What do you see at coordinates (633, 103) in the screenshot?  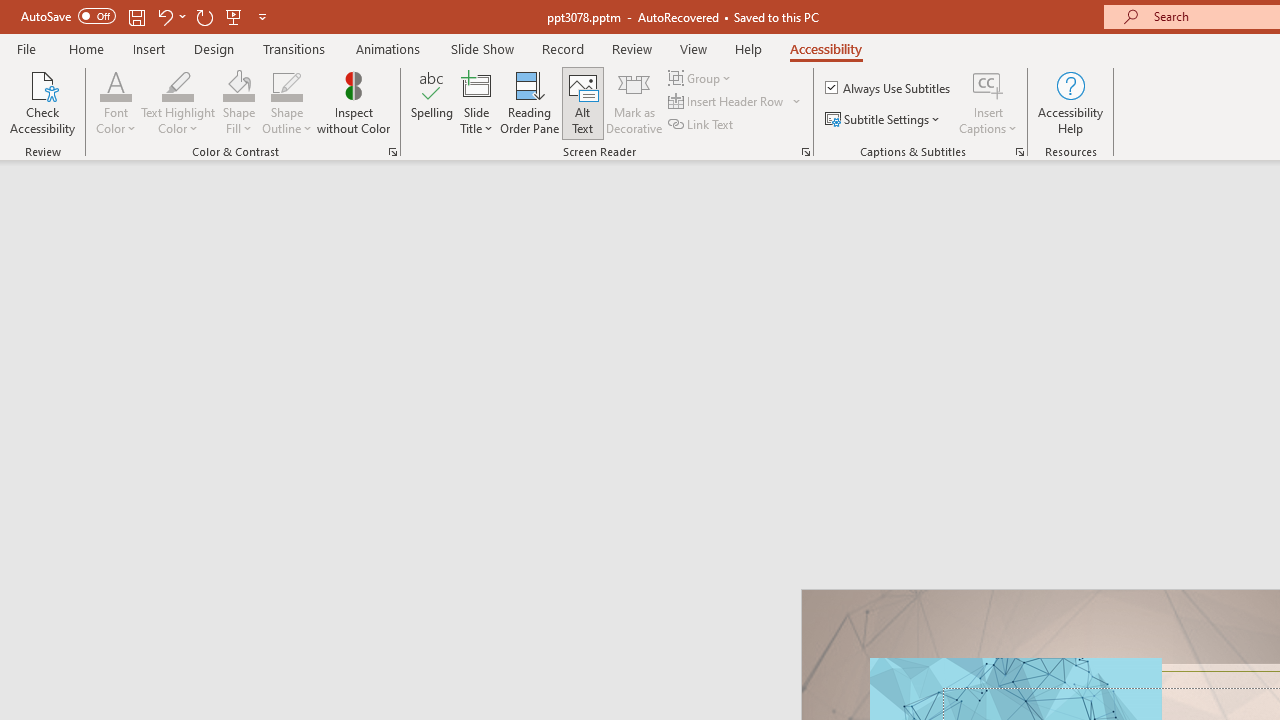 I see `'Mark as Decorative'` at bounding box center [633, 103].